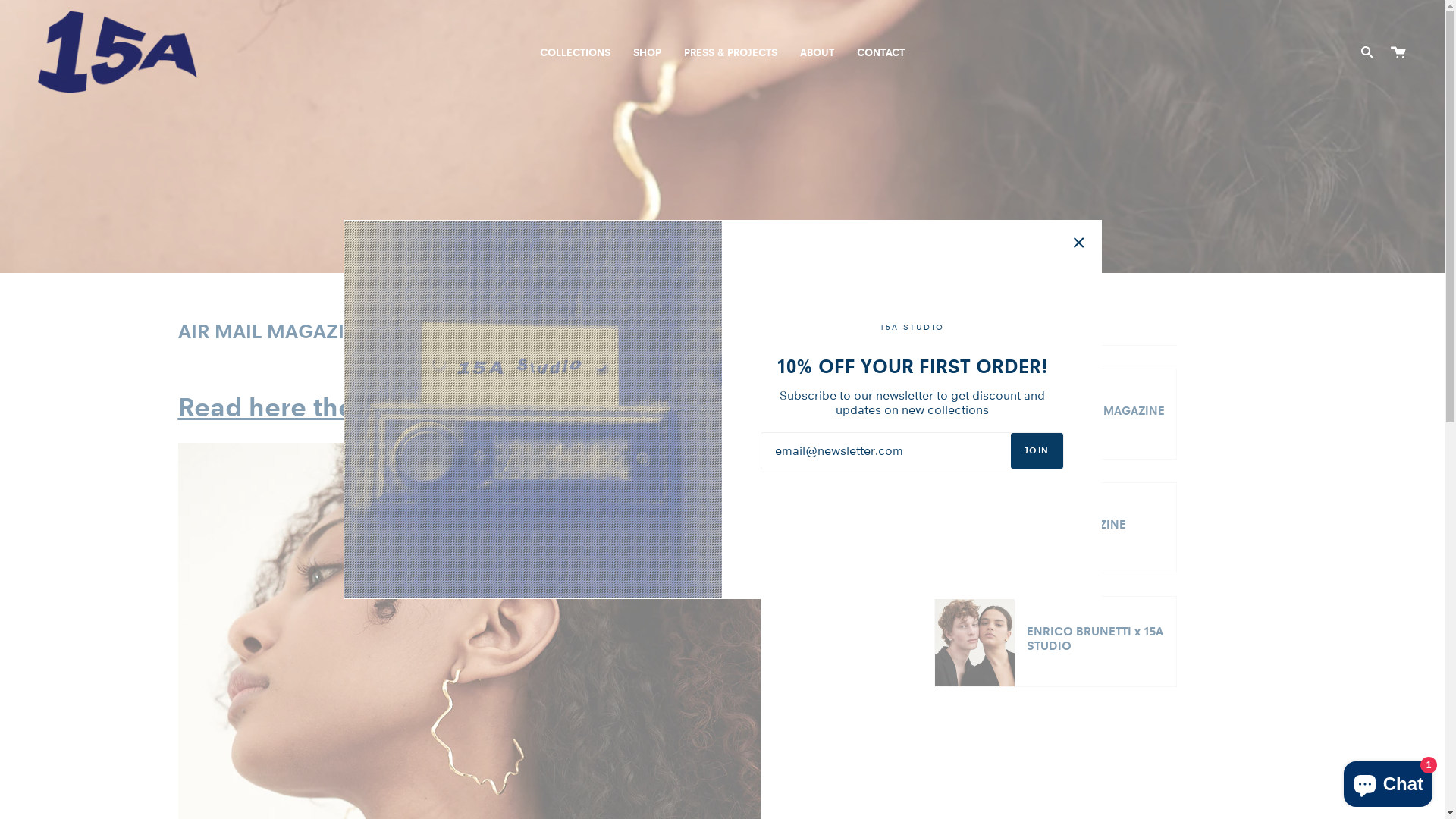 This screenshot has width=1456, height=819. I want to click on 'COLLECTIONS', so click(574, 51).